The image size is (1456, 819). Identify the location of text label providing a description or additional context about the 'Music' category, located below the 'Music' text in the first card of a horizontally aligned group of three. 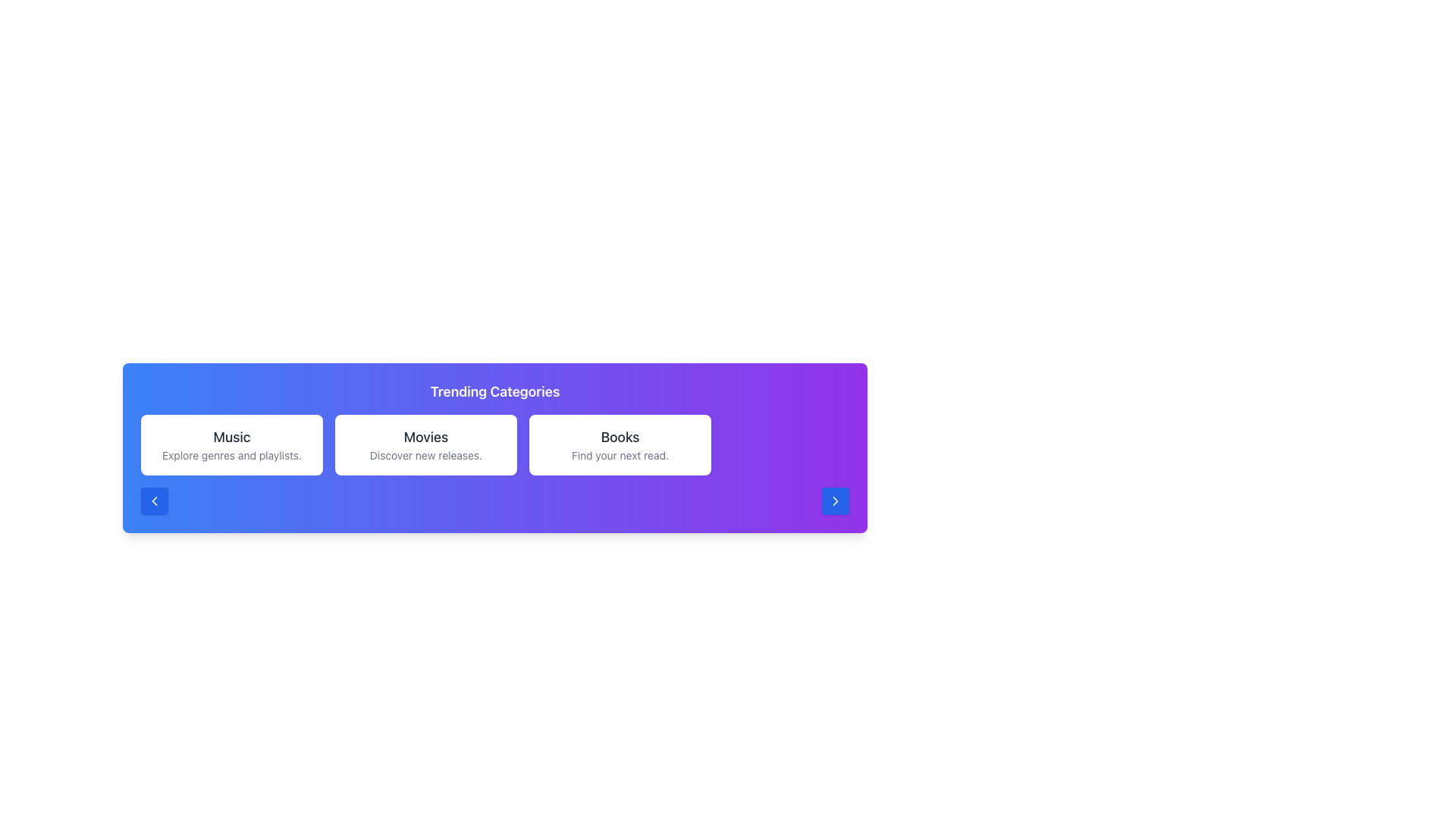
(231, 455).